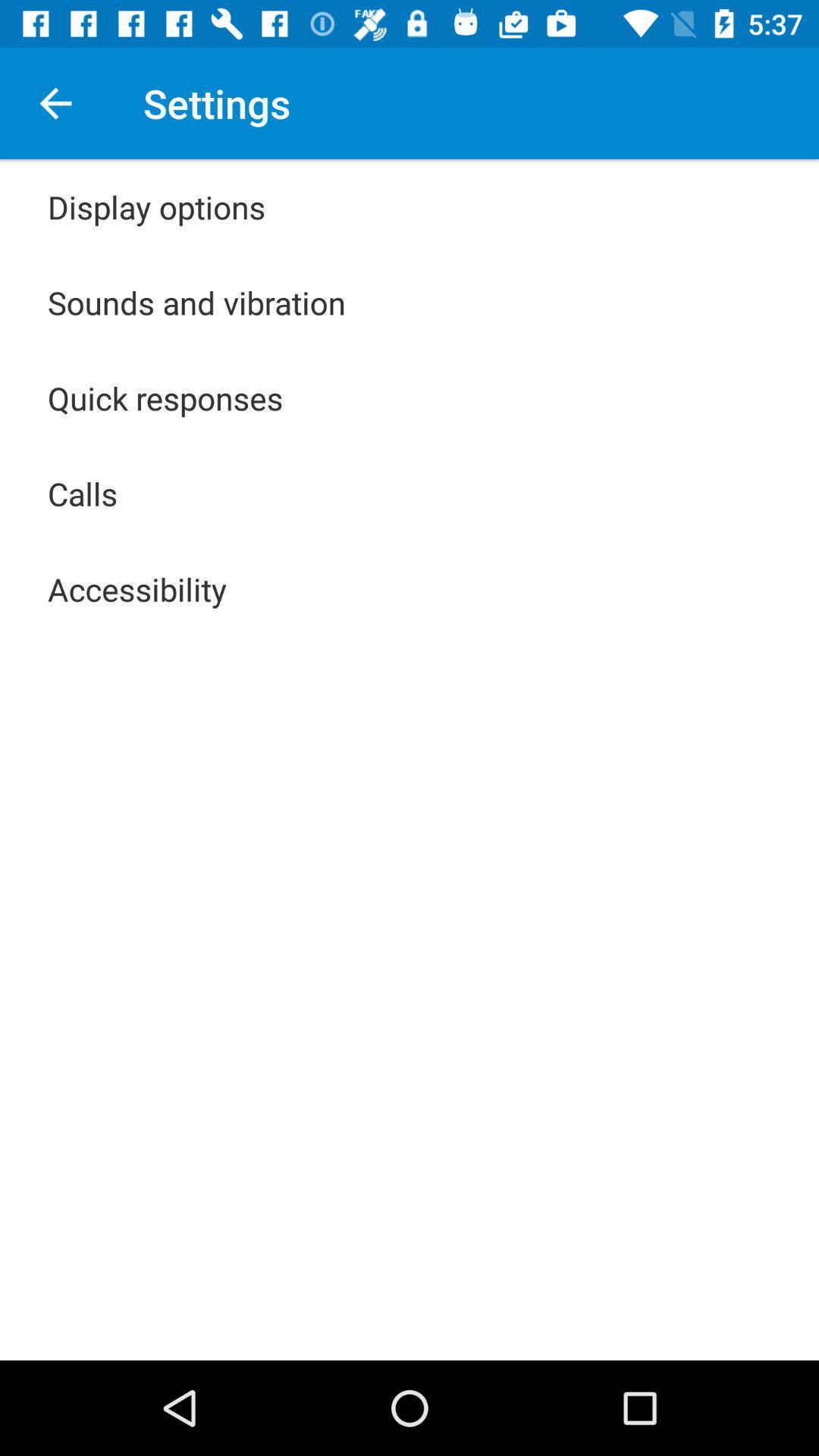 Image resolution: width=819 pixels, height=1456 pixels. I want to click on the quick responses app, so click(165, 397).